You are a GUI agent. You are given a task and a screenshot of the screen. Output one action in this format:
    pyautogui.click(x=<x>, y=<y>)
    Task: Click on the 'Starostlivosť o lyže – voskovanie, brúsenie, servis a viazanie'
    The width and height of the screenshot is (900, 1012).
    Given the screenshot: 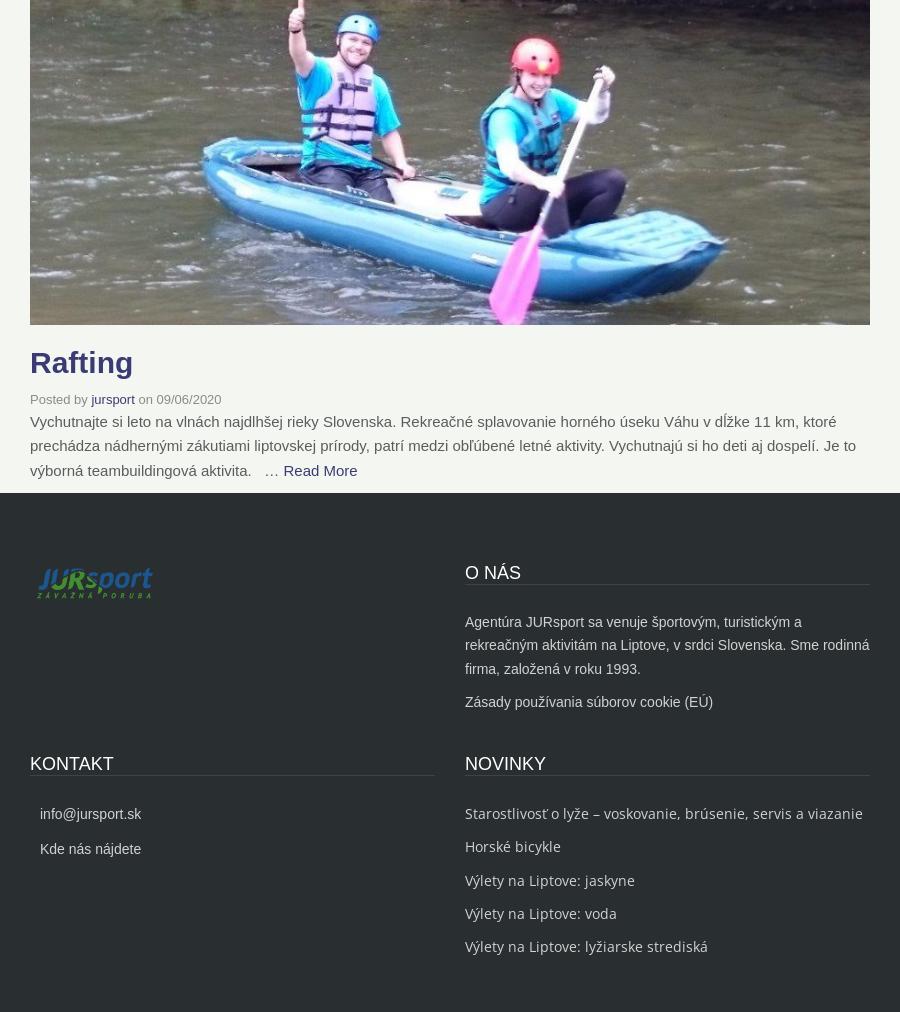 What is the action you would take?
    pyautogui.click(x=664, y=812)
    